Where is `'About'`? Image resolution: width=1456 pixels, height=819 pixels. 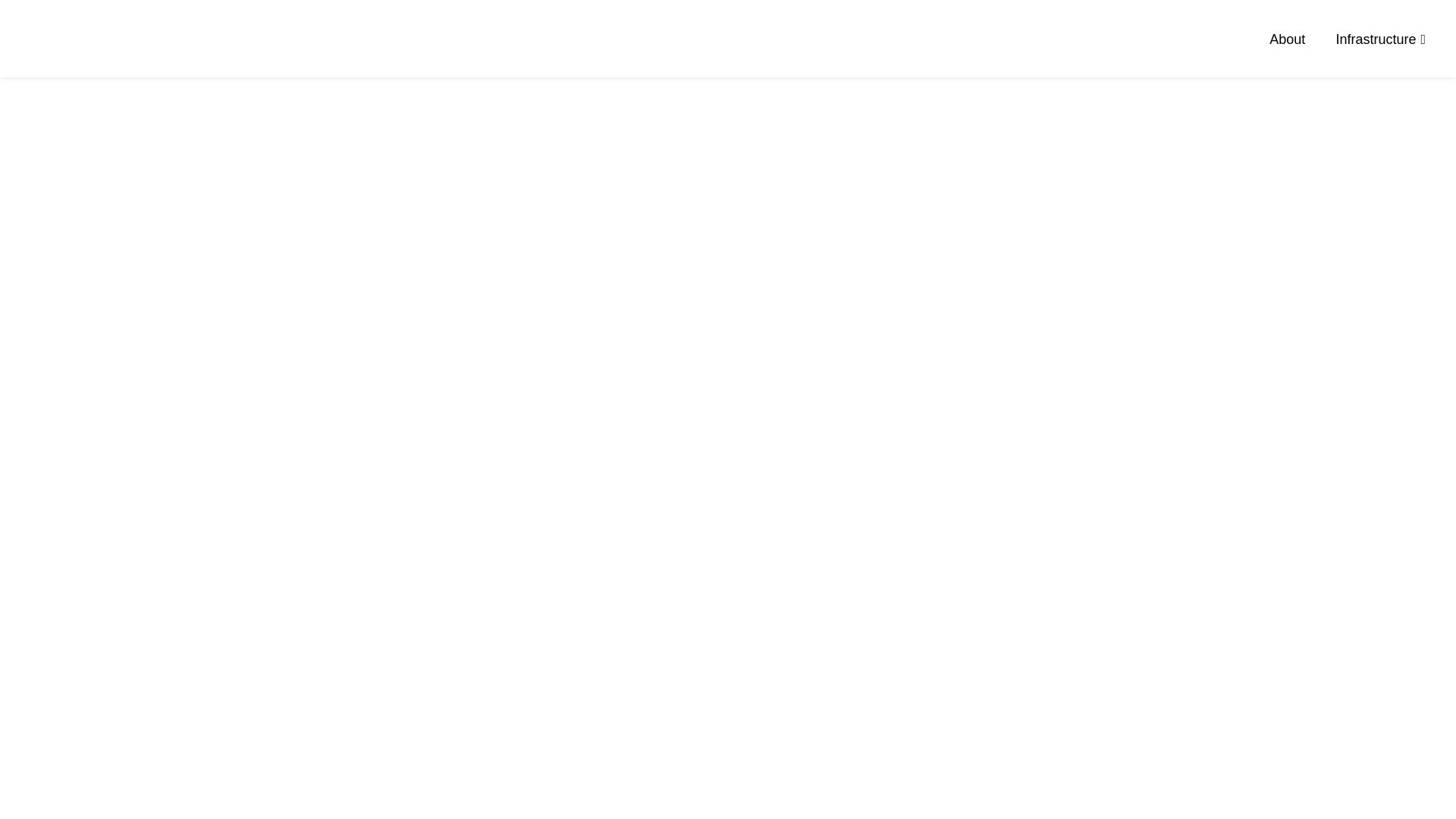
'About' is located at coordinates (1286, 37).